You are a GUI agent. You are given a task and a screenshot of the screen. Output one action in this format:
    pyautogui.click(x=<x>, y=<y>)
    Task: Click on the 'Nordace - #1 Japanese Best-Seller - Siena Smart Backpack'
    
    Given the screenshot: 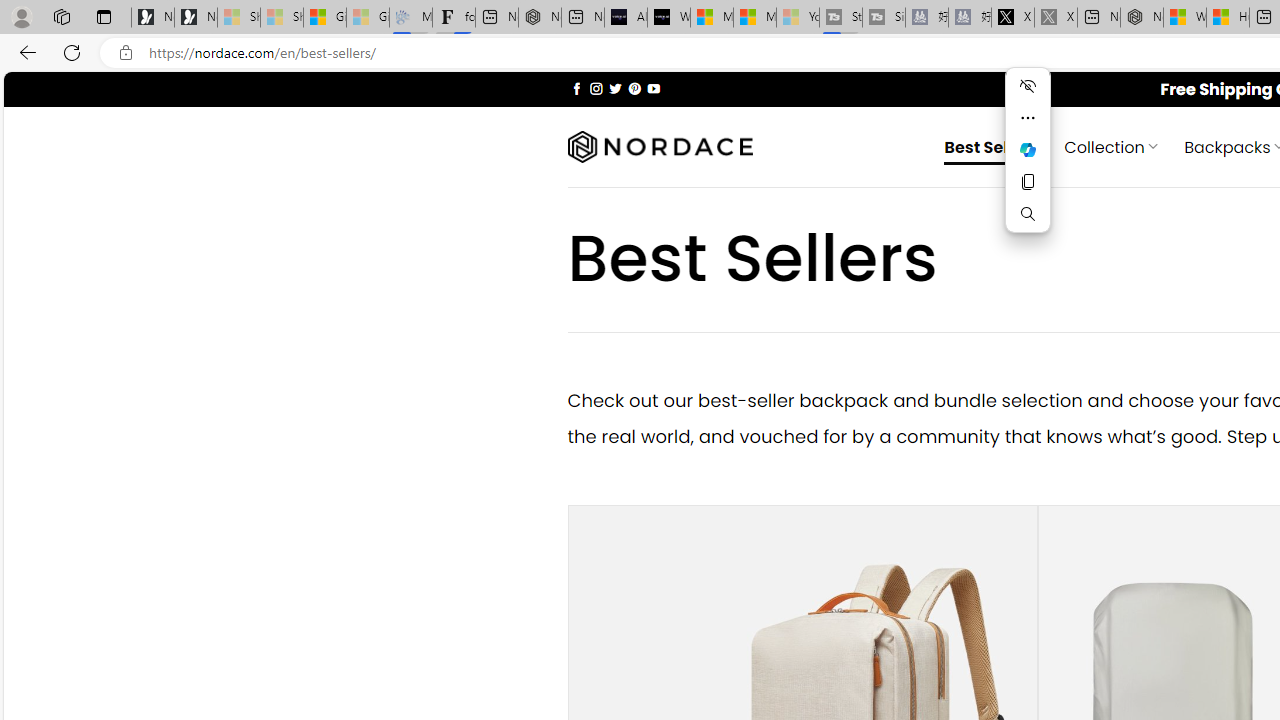 What is the action you would take?
    pyautogui.click(x=539, y=17)
    